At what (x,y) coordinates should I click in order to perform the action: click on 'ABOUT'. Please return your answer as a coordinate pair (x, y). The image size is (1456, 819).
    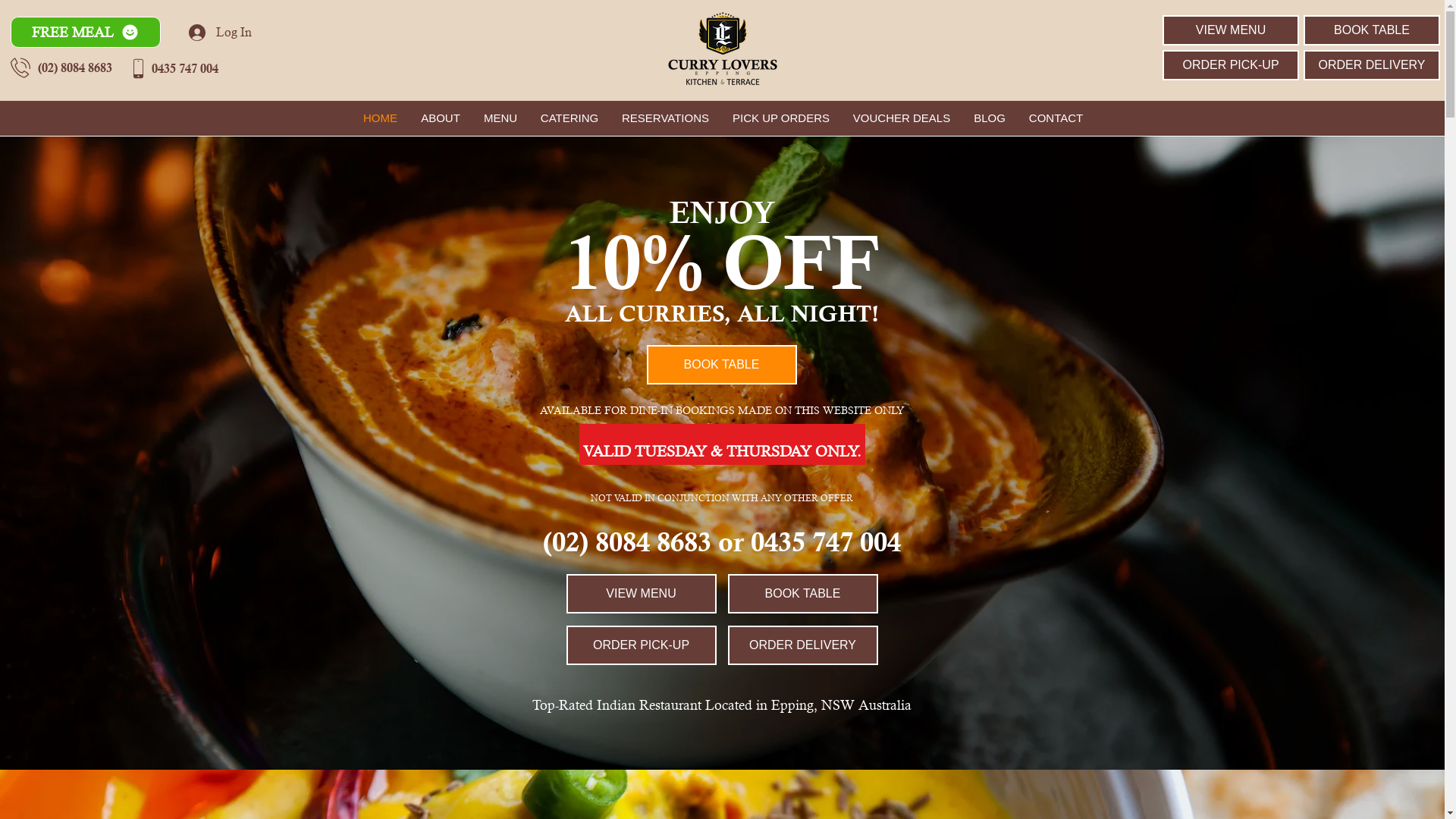
    Looking at the image, I should click on (440, 117).